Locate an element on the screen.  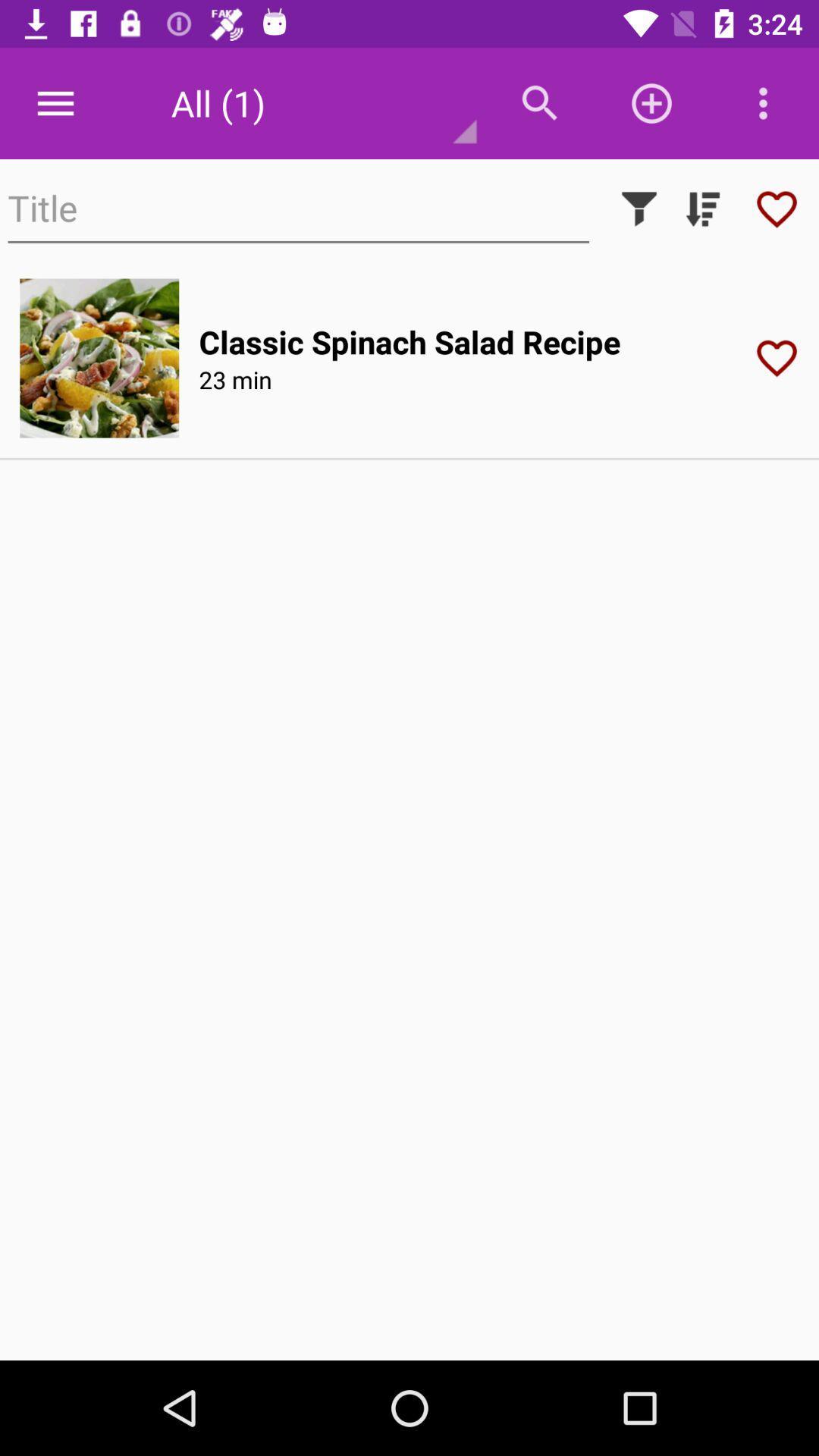
use filter is located at coordinates (639, 208).